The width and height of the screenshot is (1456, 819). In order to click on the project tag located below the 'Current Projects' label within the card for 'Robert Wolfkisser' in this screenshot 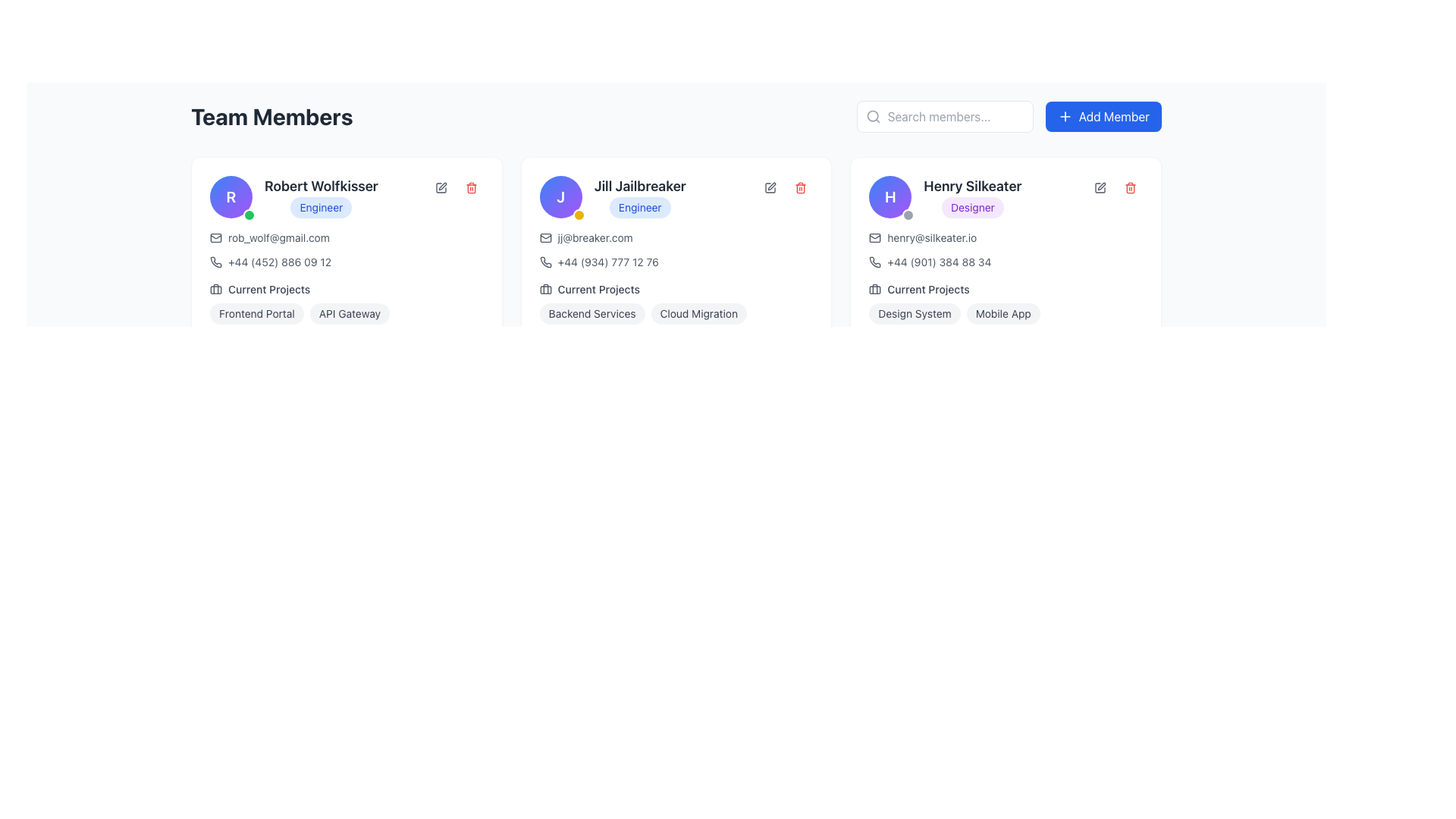, I will do `click(346, 312)`.